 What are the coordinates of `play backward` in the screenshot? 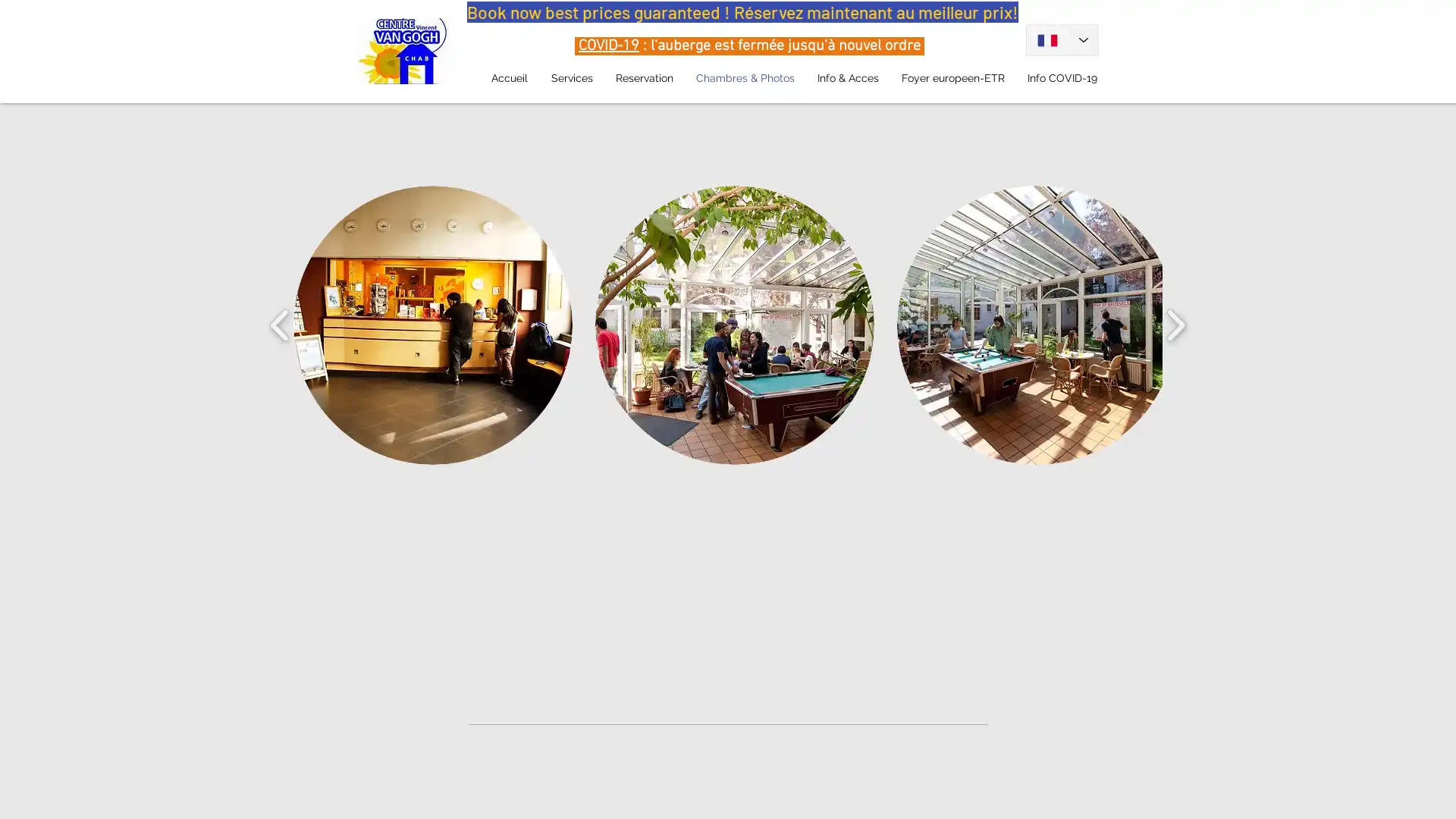 It's located at (280, 324).